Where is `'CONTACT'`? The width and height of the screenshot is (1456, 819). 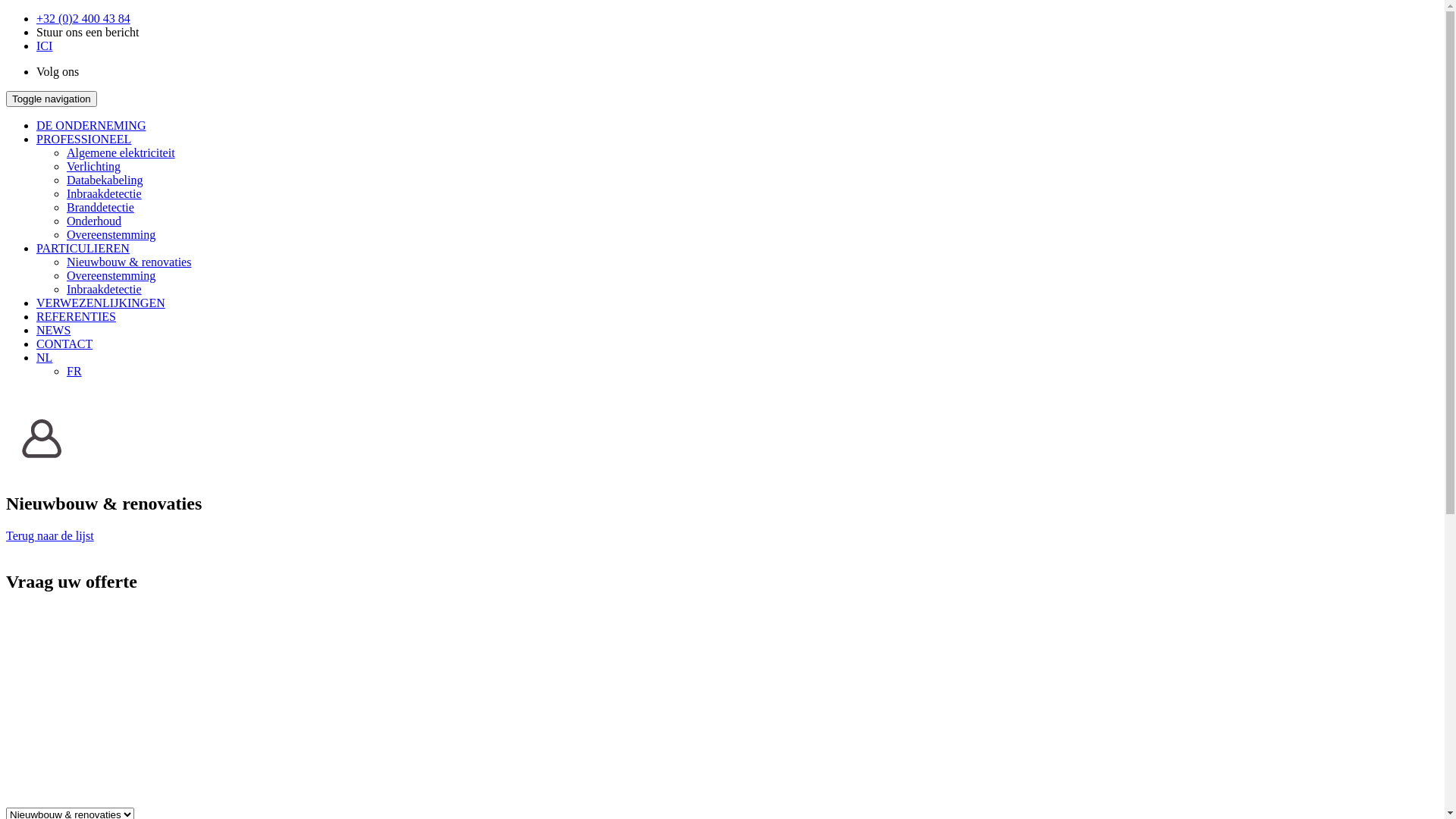 'CONTACT' is located at coordinates (36, 344).